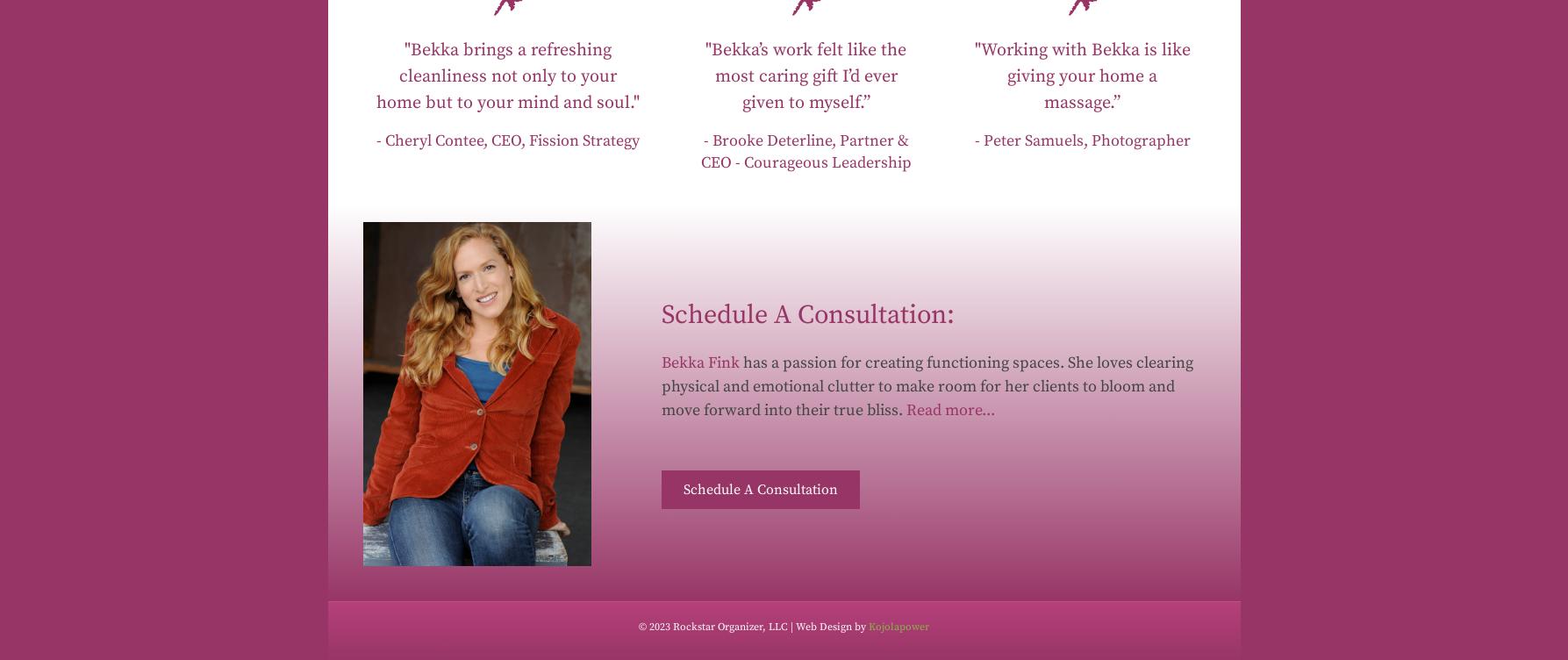  What do you see at coordinates (949, 409) in the screenshot?
I see `'Read more...'` at bounding box center [949, 409].